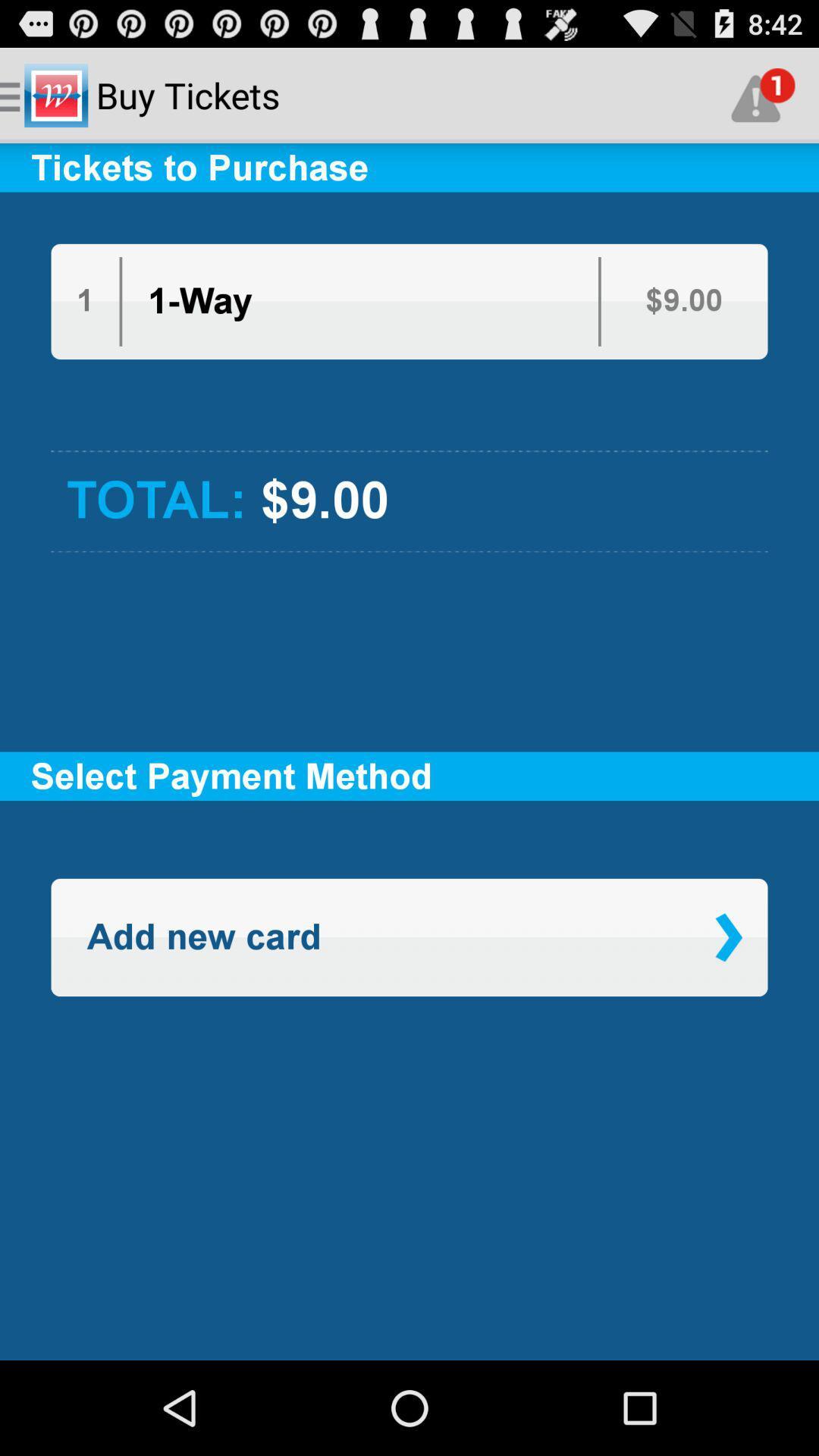 This screenshot has height=1456, width=819. Describe the element at coordinates (409, 501) in the screenshot. I see `the total: $9.00 item` at that location.